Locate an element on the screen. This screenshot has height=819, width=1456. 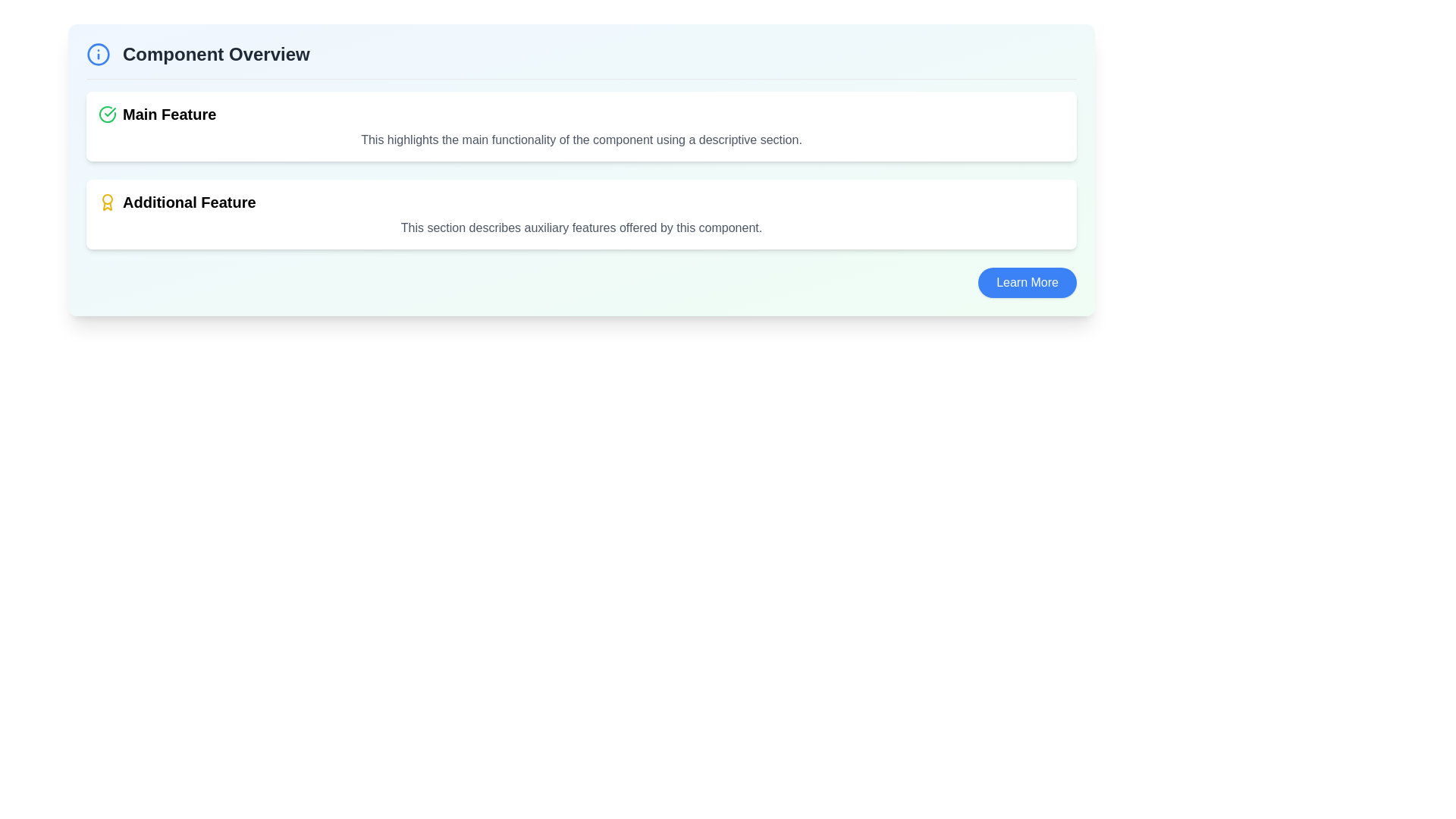
the status icon located in the top section of the interface, aligned to the left of the 'Main Feature' text label, to confirm its status is located at coordinates (107, 113).